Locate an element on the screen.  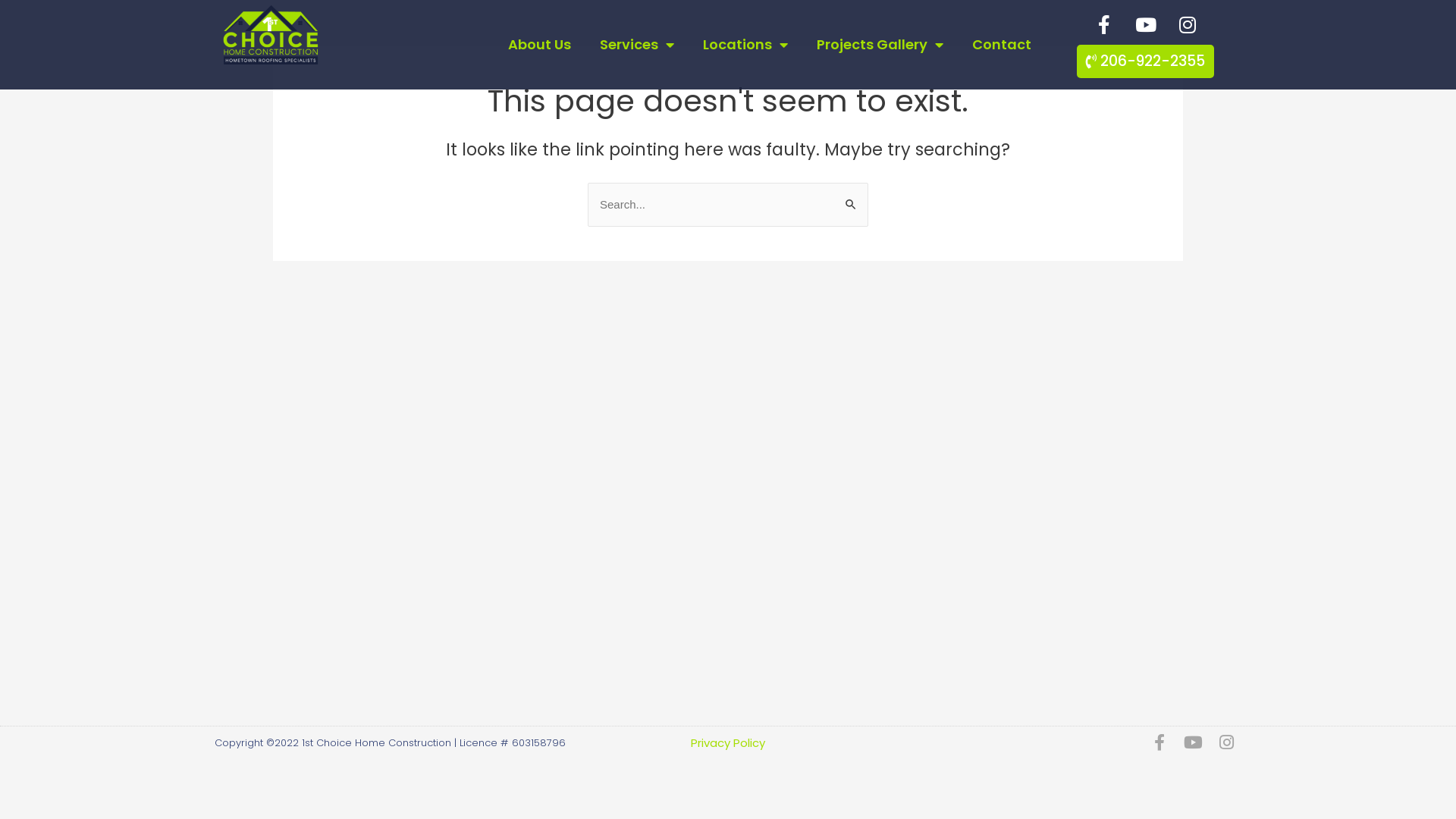
'Privacy Policy' is located at coordinates (690, 741).